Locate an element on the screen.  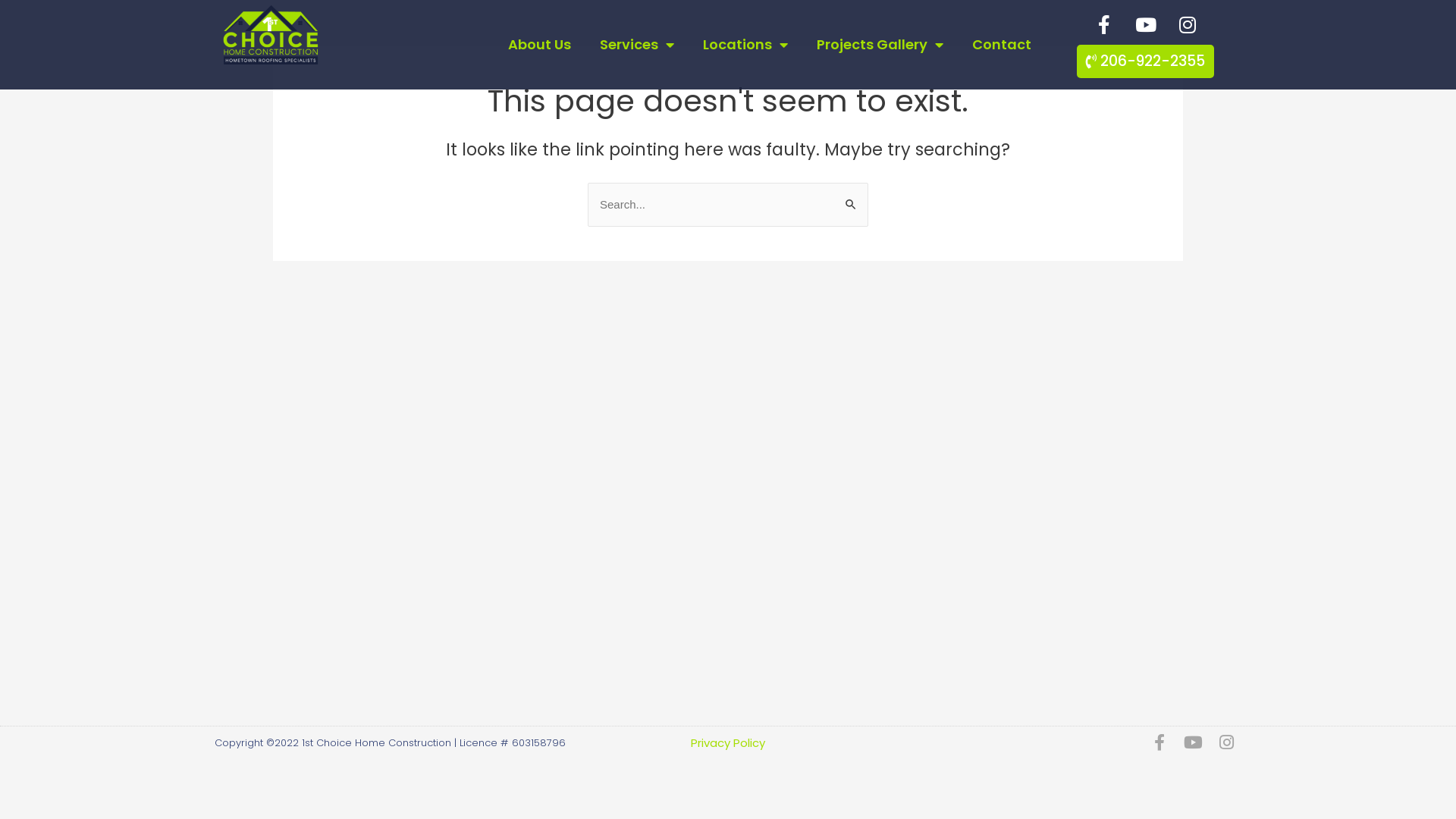
'Privacy Policy' is located at coordinates (690, 741).